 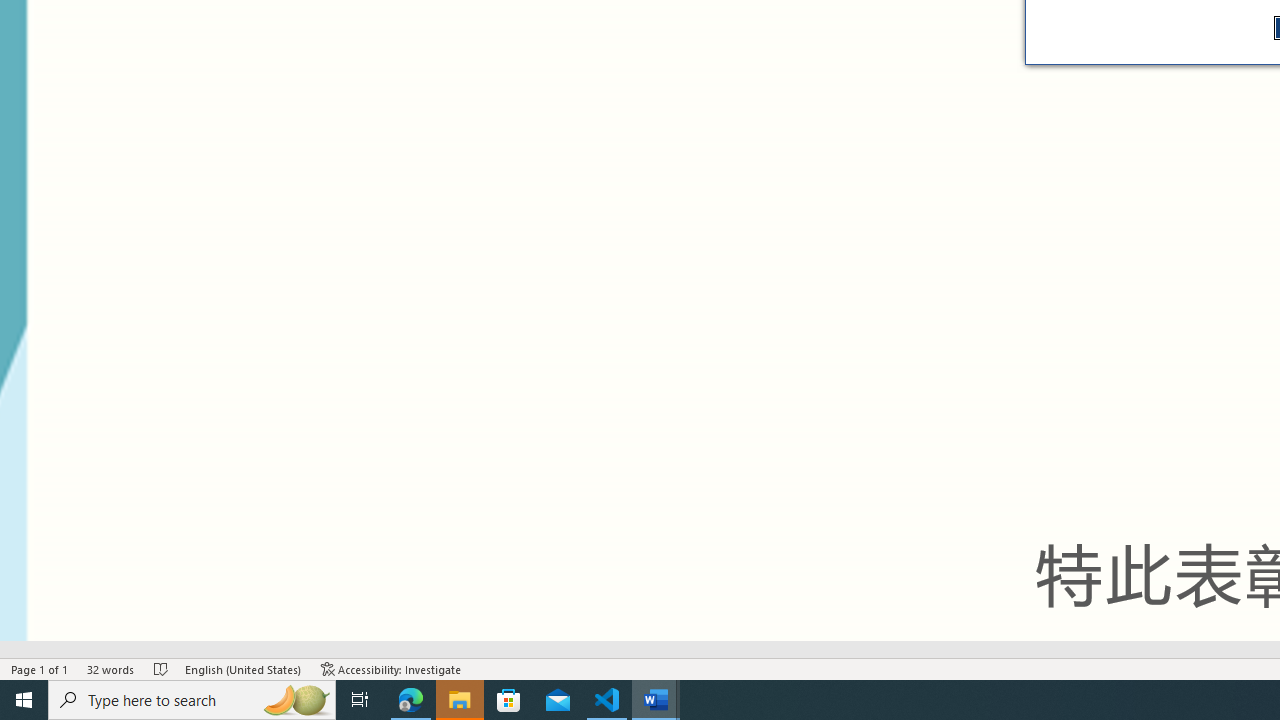 I want to click on 'Microsoft Store', so click(x=509, y=698).